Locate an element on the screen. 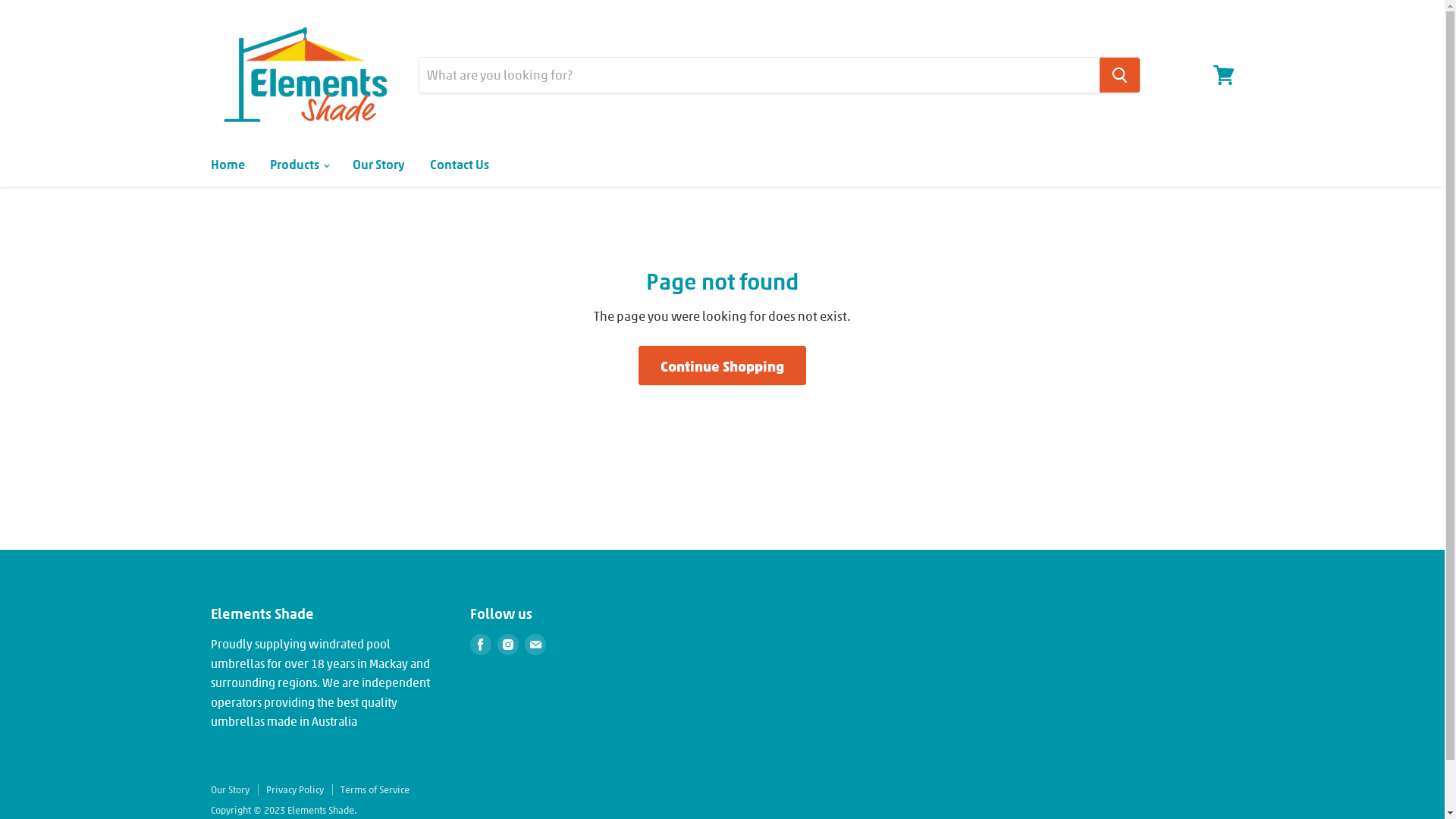 Image resolution: width=1456 pixels, height=819 pixels. 'Privacy Policy' is located at coordinates (294, 789).